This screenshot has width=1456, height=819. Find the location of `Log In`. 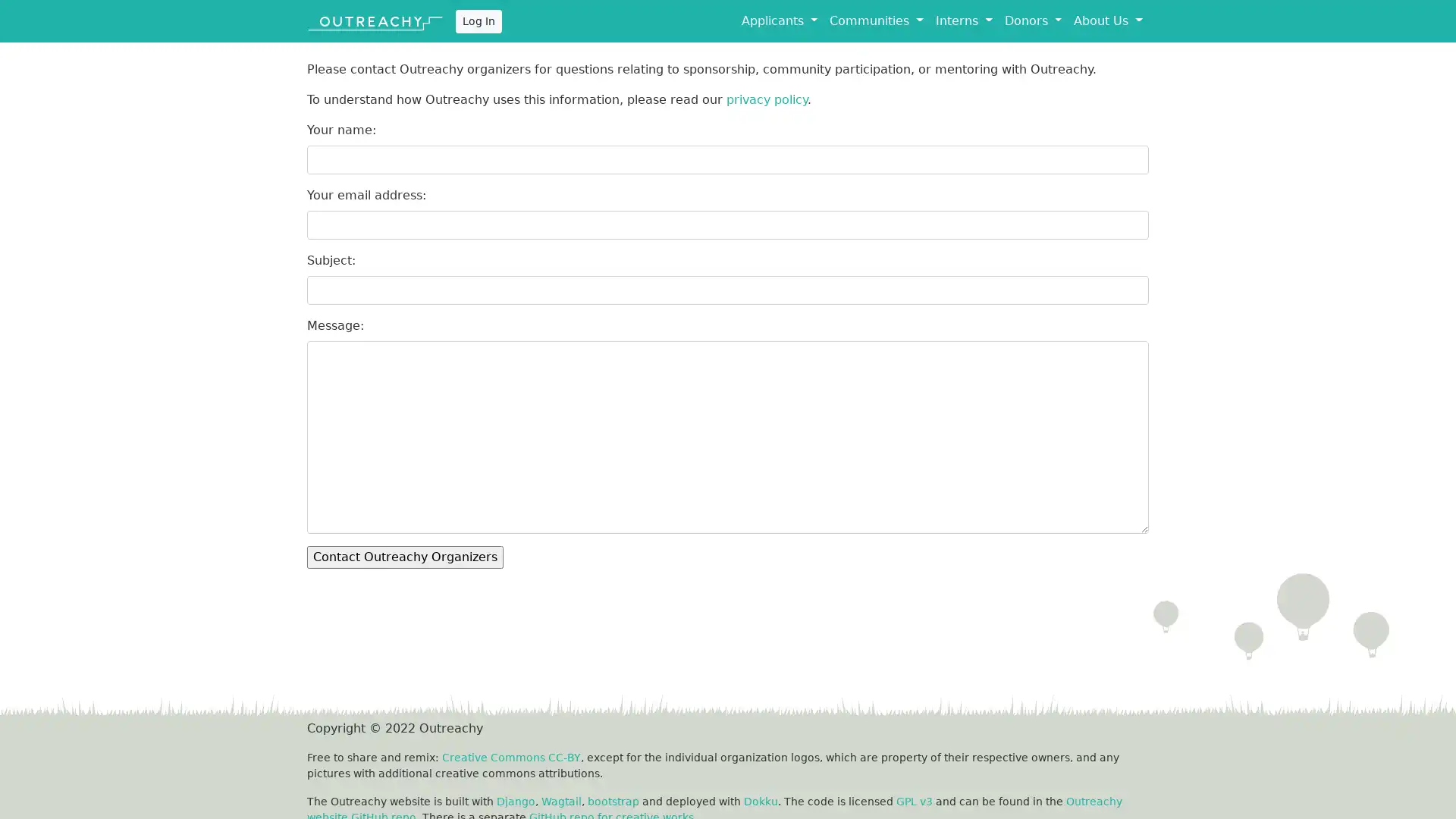

Log In is located at coordinates (478, 20).